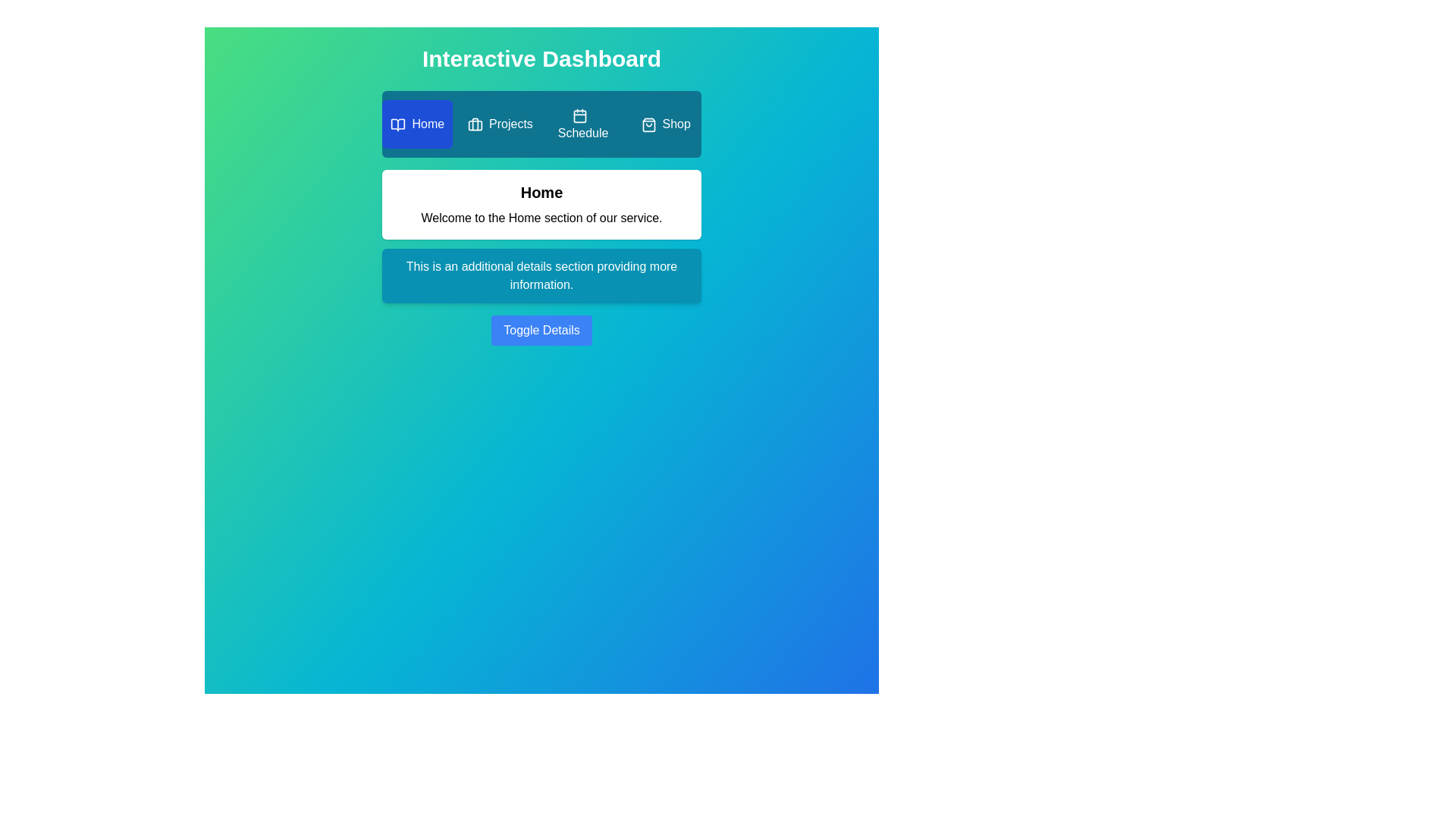 The width and height of the screenshot is (1456, 819). I want to click on the 'Toggle Details' button to toggle the visibility of the additional details section, so click(541, 329).